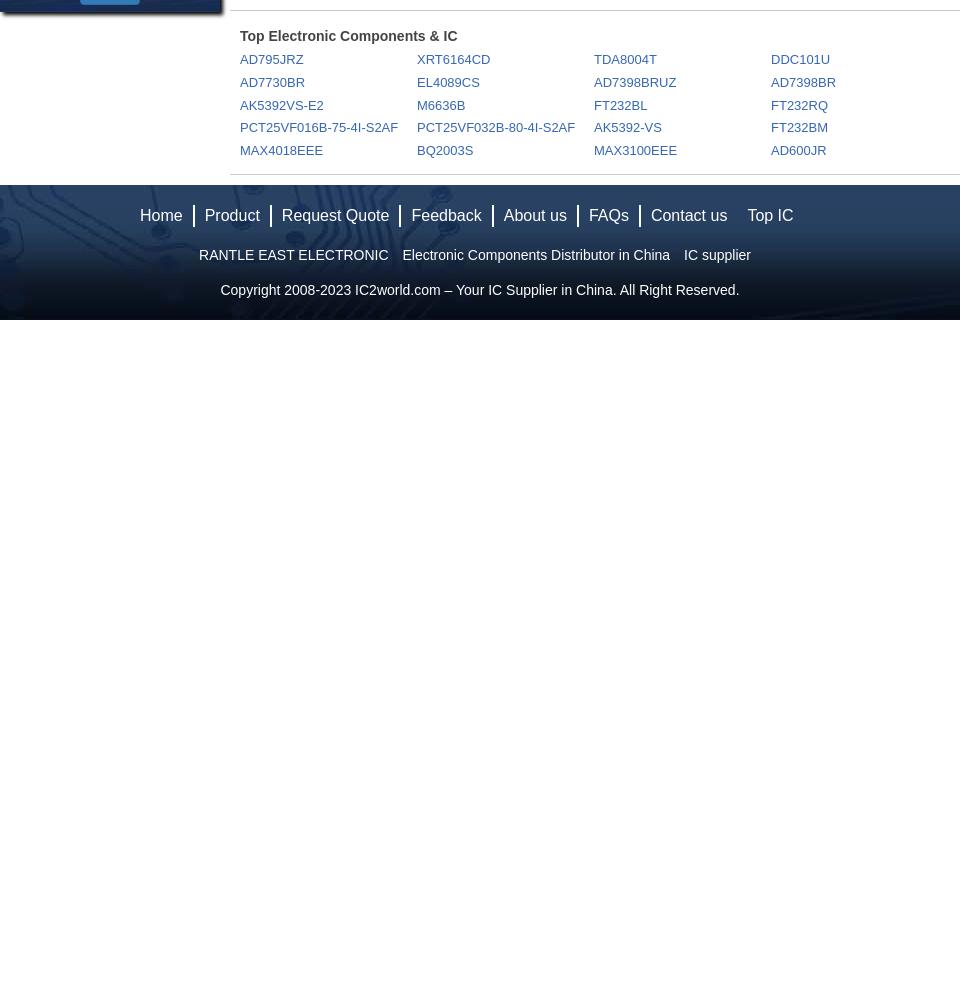  I want to click on 'Top Electronic Components & IC', so click(348, 36).